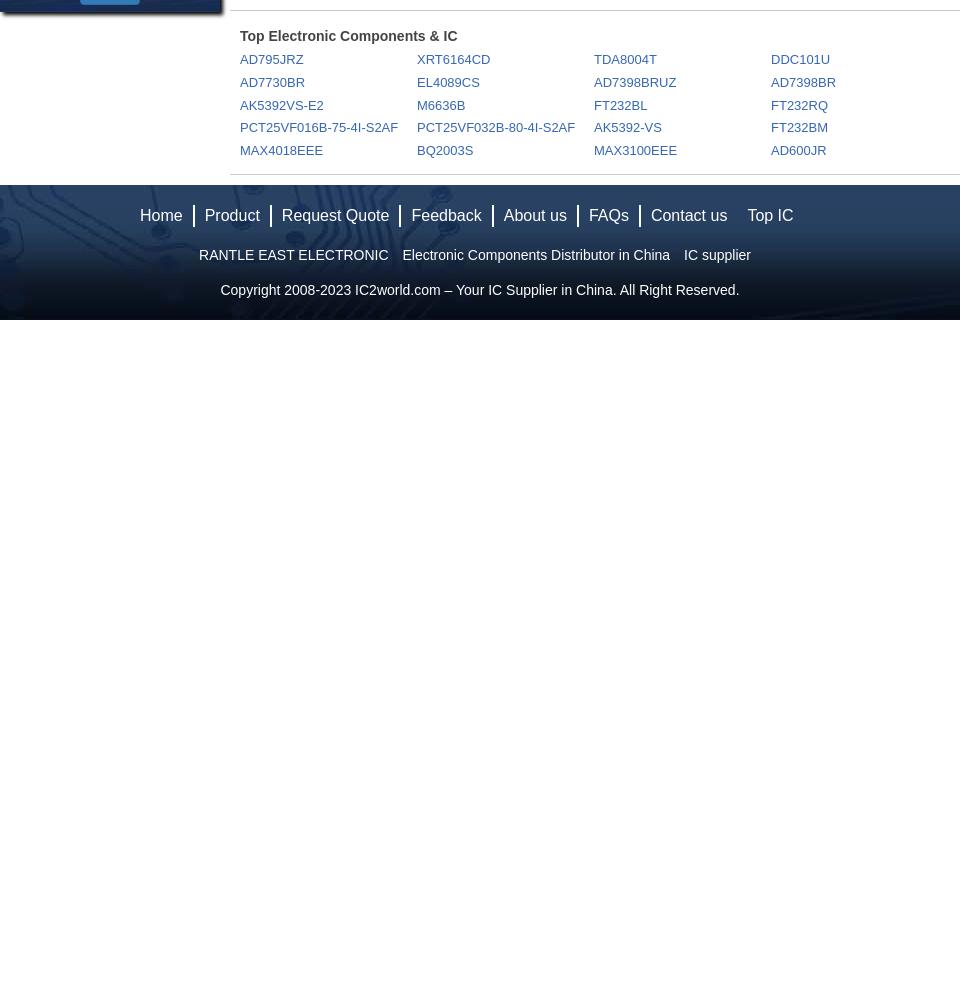  I want to click on 'Top Electronic Components & IC', so click(348, 36).